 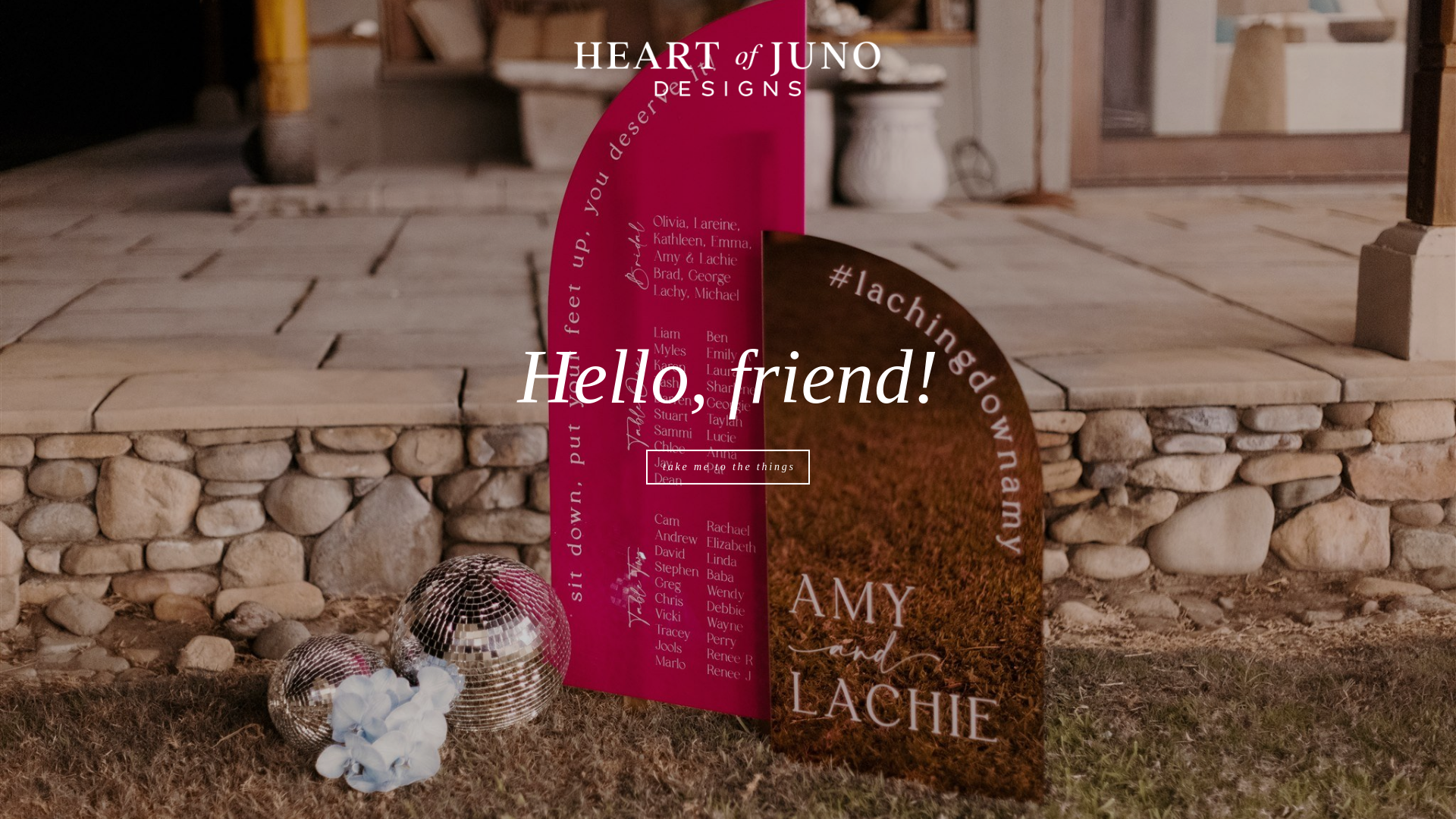 I want to click on 'take me to the things', so click(x=728, y=466).